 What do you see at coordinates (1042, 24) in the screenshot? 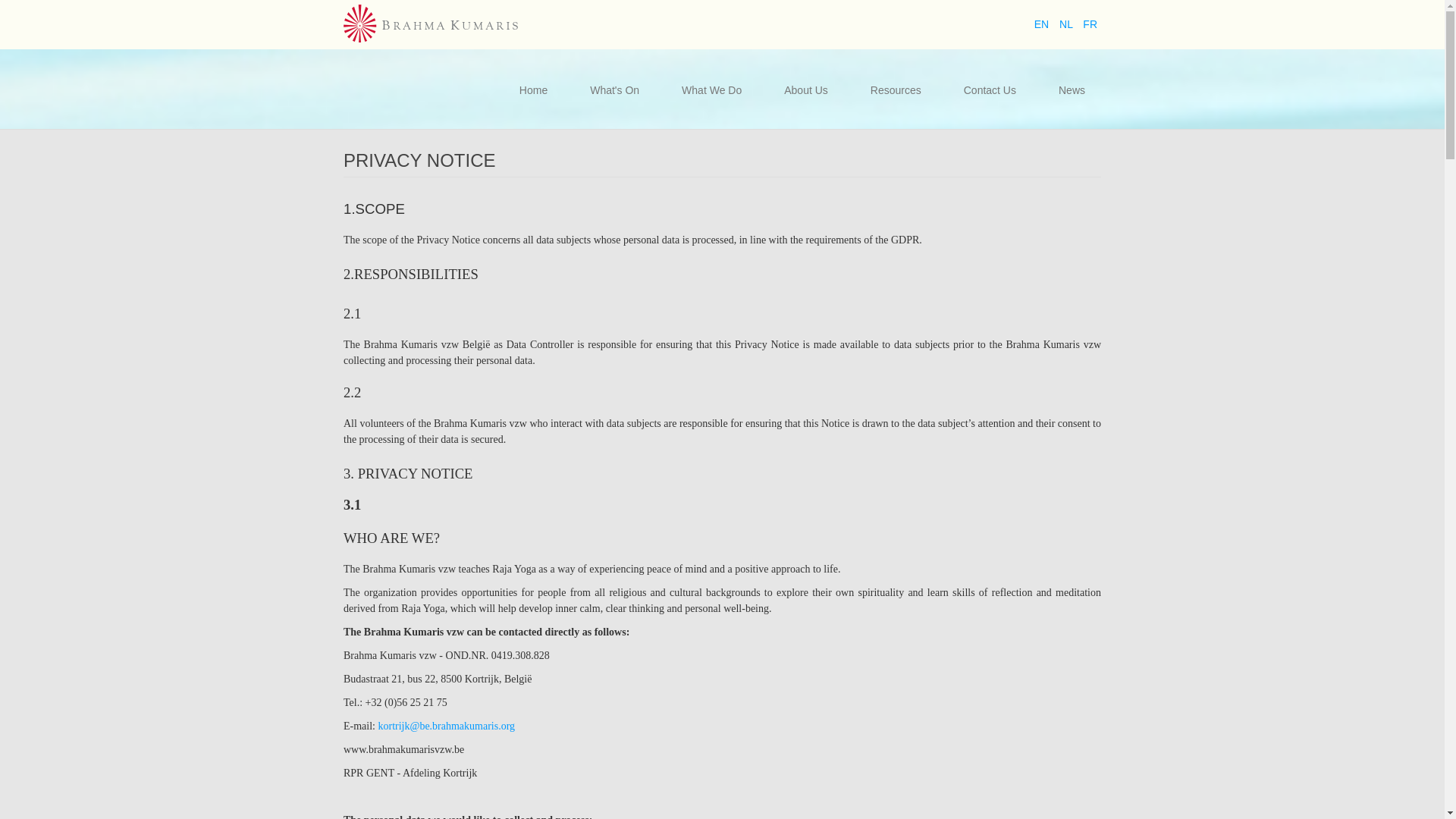
I see `'EN'` at bounding box center [1042, 24].